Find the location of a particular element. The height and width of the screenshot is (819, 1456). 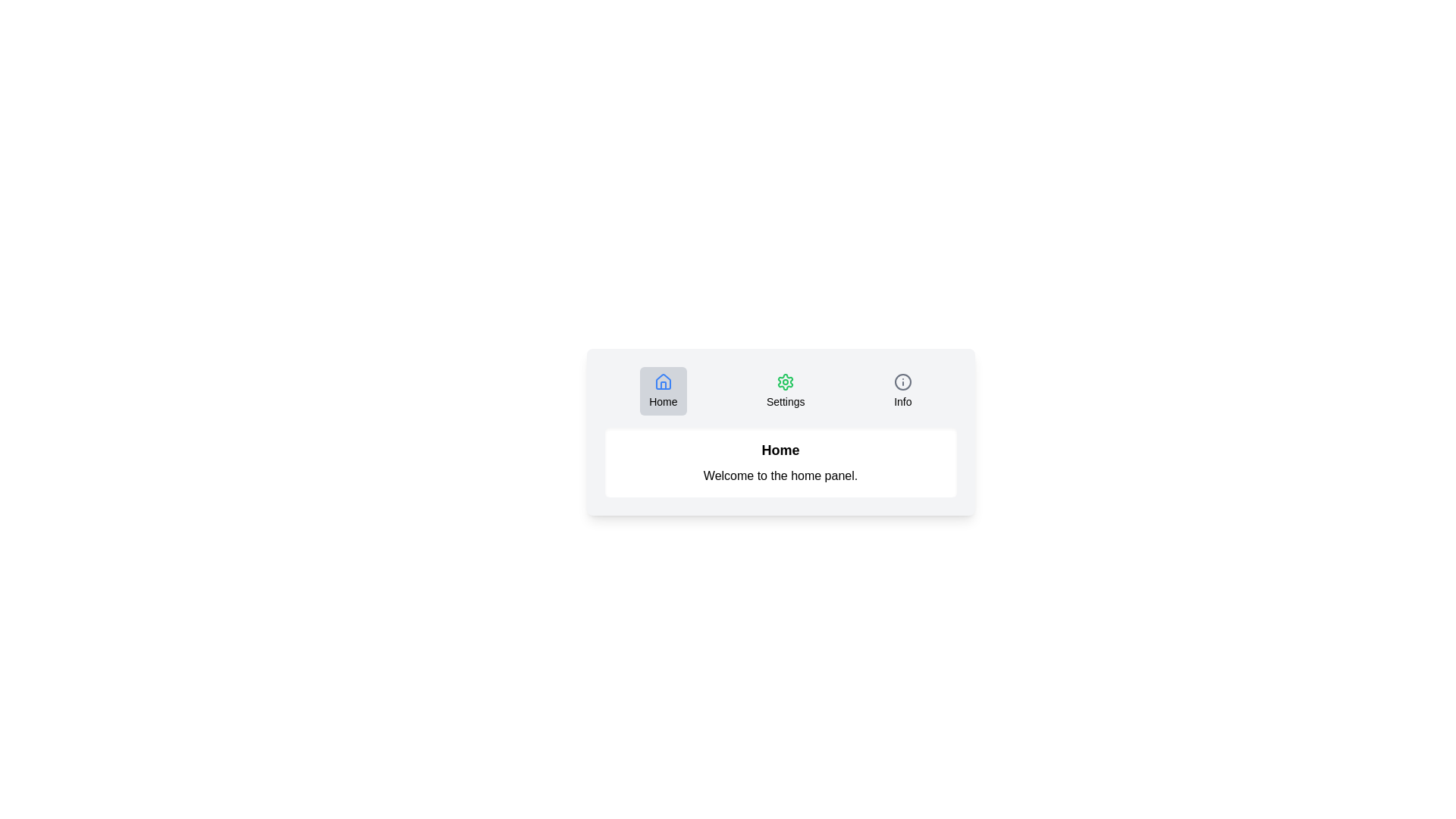

the tab icon labeled Home to inspect its information is located at coordinates (663, 391).